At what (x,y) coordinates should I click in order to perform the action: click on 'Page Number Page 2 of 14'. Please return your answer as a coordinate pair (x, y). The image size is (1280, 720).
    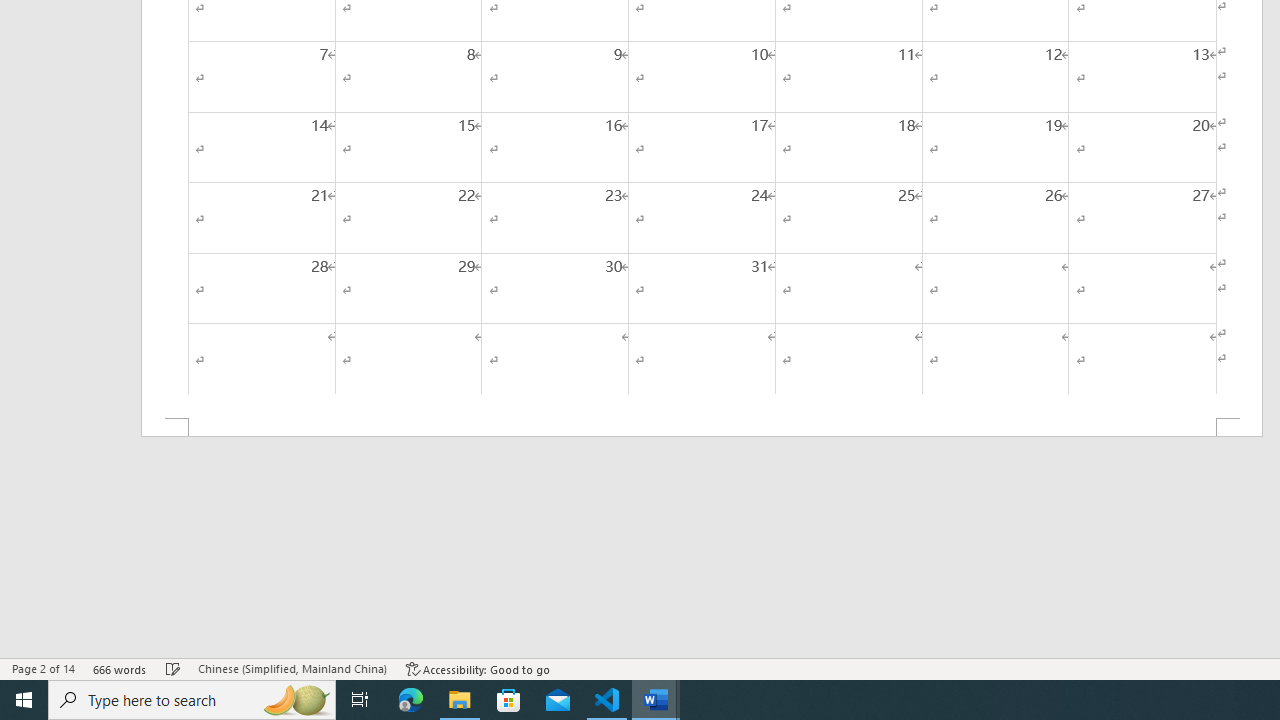
    Looking at the image, I should click on (43, 669).